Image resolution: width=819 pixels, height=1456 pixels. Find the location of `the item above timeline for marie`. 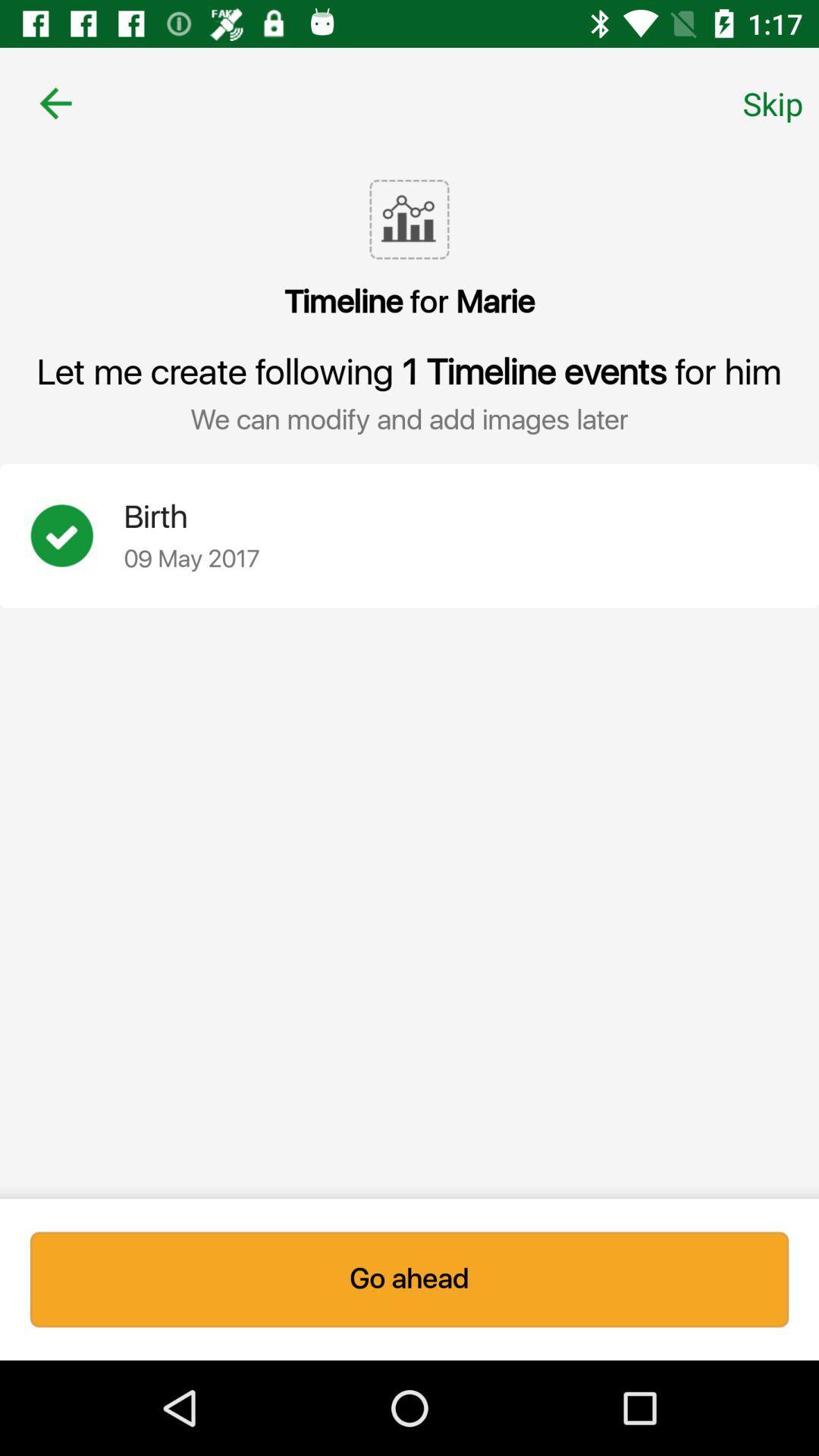

the item above timeline for marie is located at coordinates (773, 102).